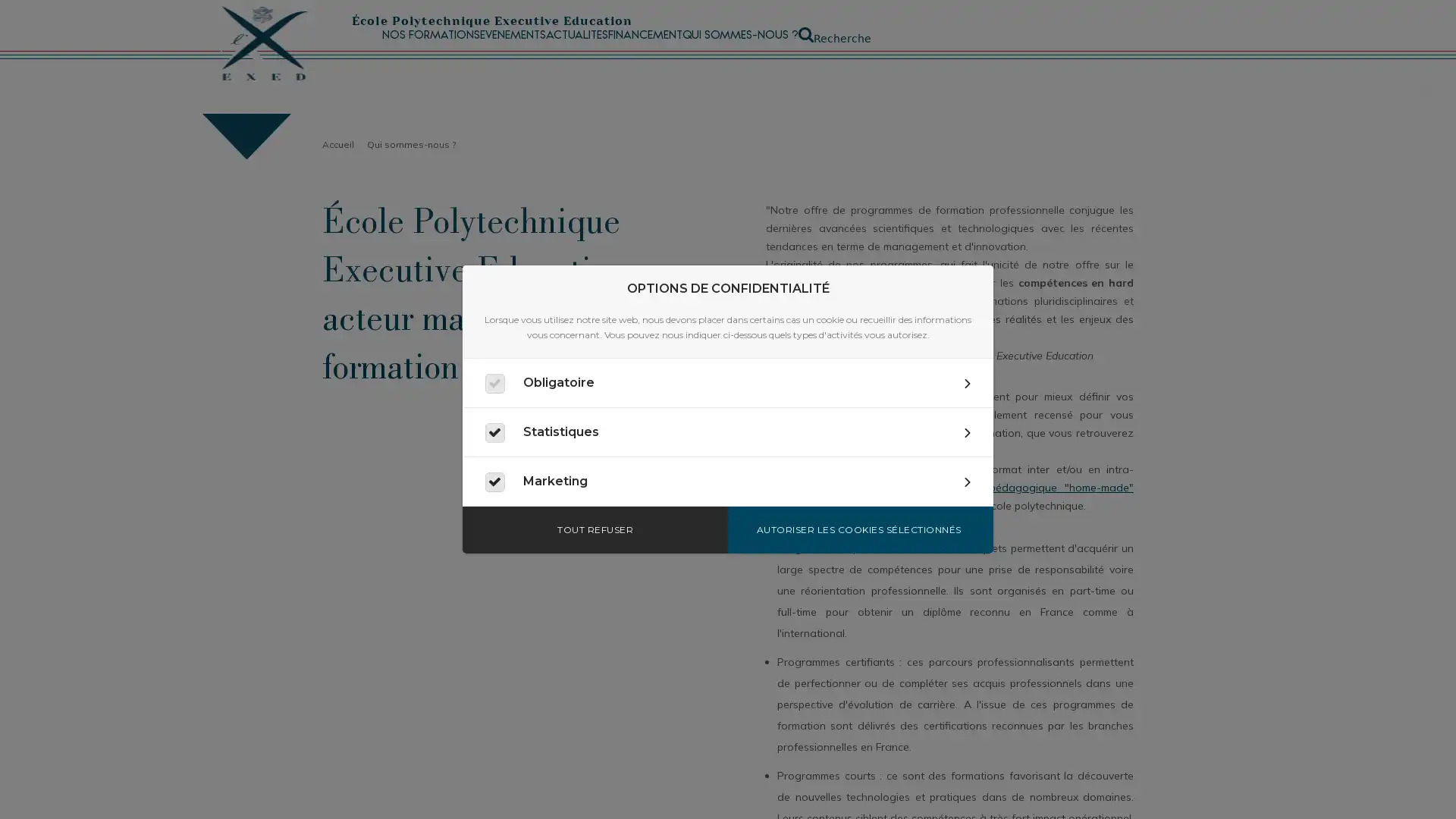 Image resolution: width=1456 pixels, height=819 pixels. Describe the element at coordinates (896, 251) in the screenshot. I see `Appliquer` at that location.